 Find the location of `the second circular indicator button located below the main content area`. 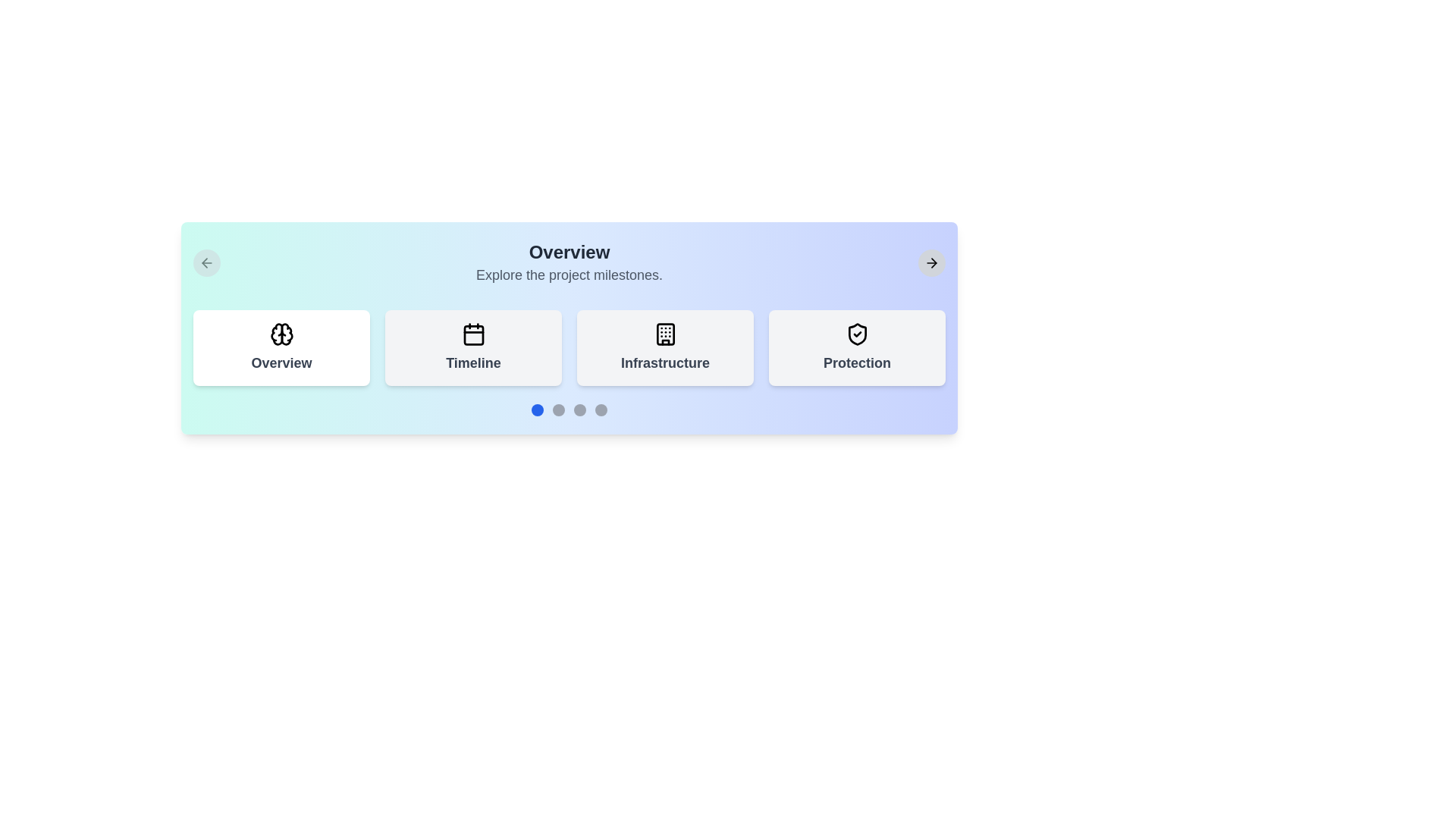

the second circular indicator button located below the main content area is located at coordinates (558, 409).